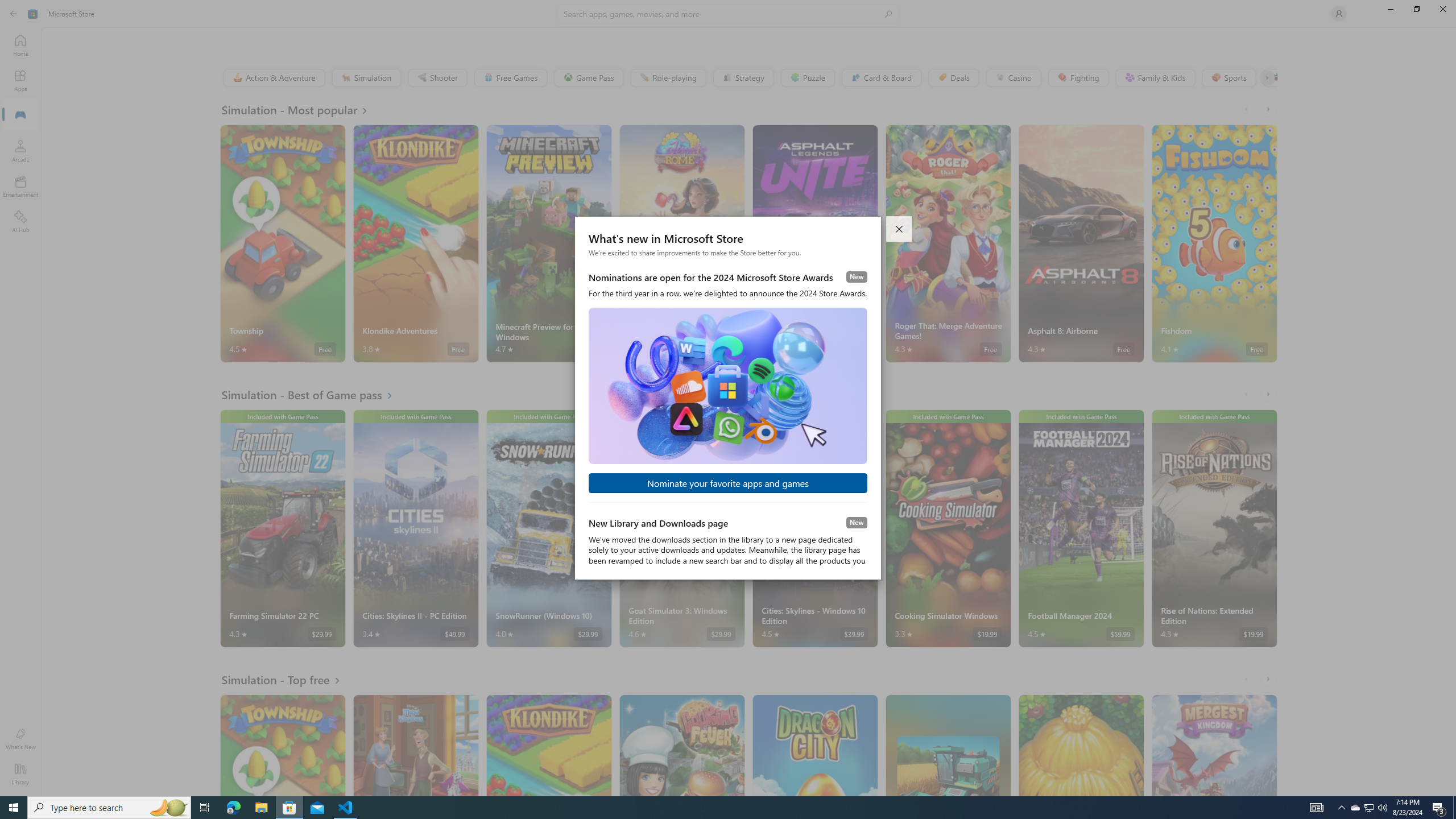 The height and width of the screenshot is (819, 1456). Describe the element at coordinates (588, 77) in the screenshot. I see `'Game Pass'` at that location.